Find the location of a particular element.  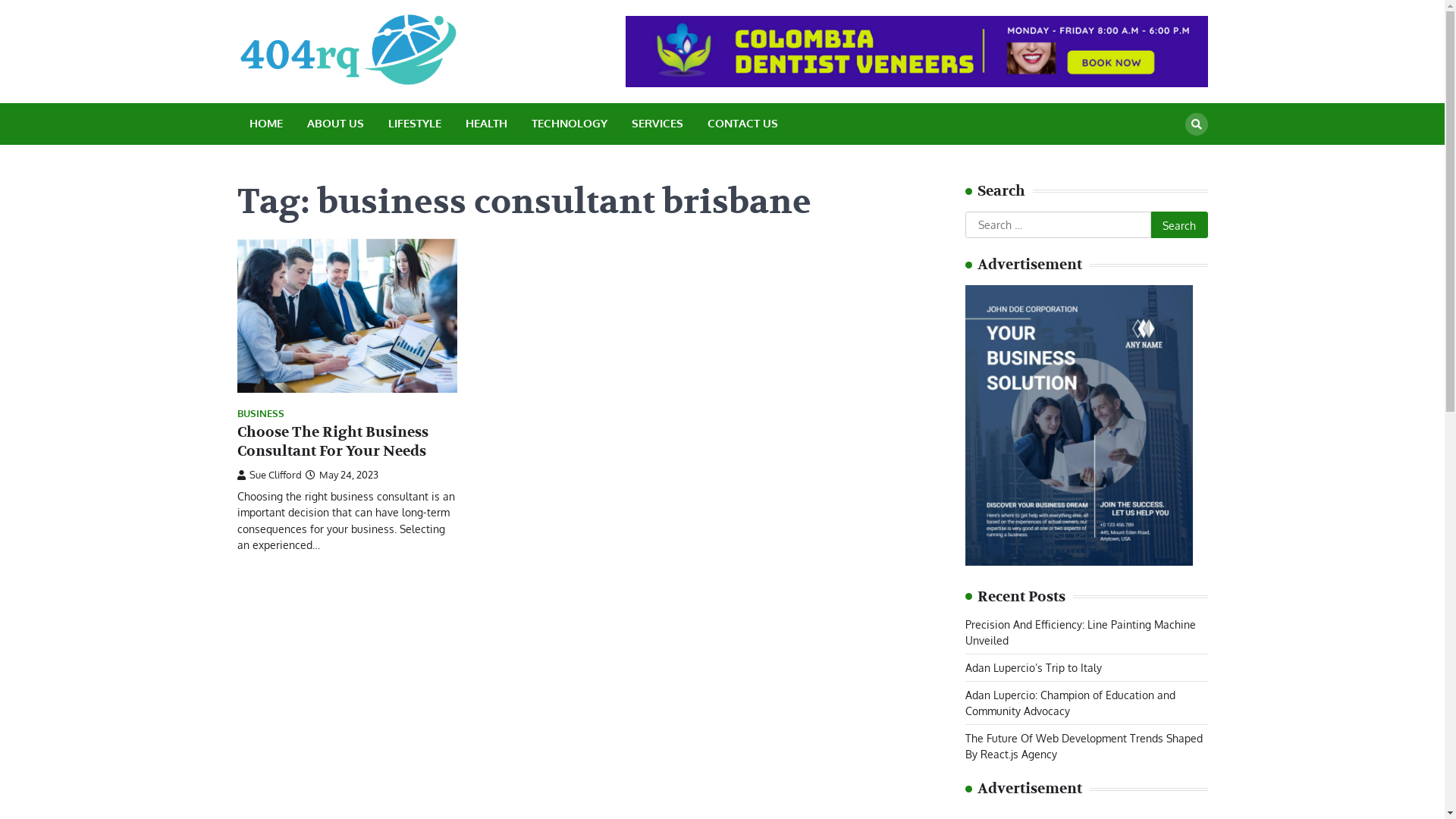

'Sue Clifford' is located at coordinates (268, 473).